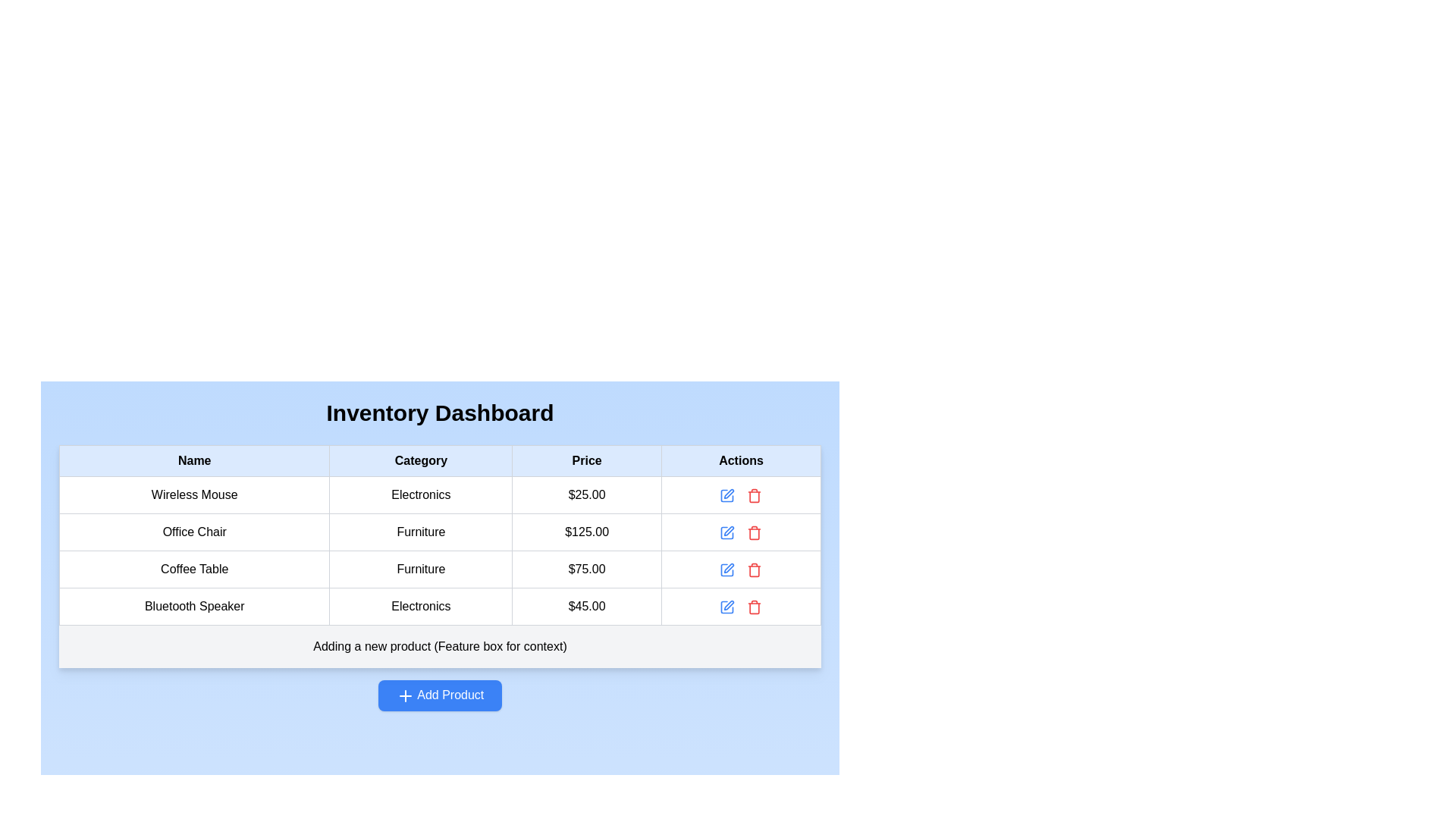 The width and height of the screenshot is (1456, 819). I want to click on the trash bin icon in the 'Actions' column of the data table, so click(755, 570).